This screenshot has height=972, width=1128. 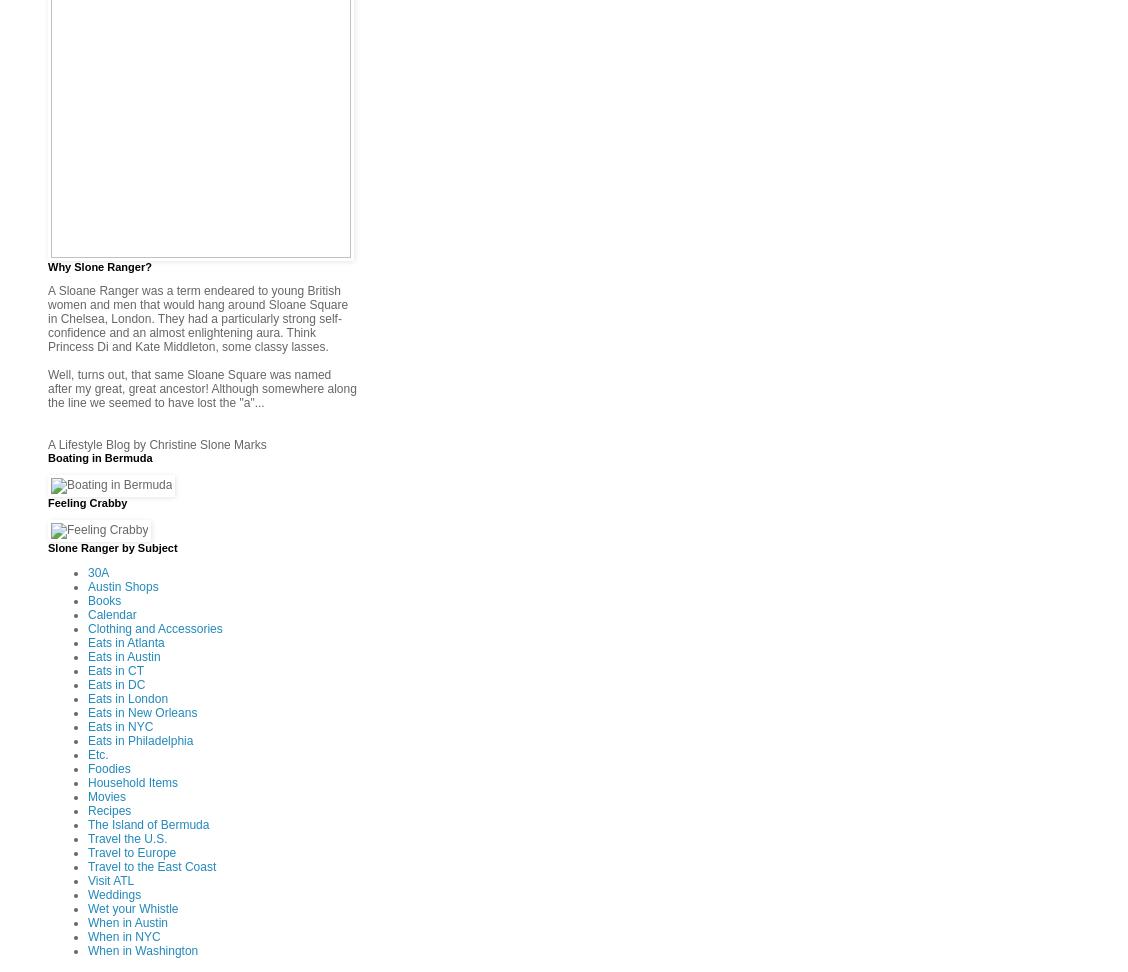 What do you see at coordinates (108, 767) in the screenshot?
I see `'Foodies'` at bounding box center [108, 767].